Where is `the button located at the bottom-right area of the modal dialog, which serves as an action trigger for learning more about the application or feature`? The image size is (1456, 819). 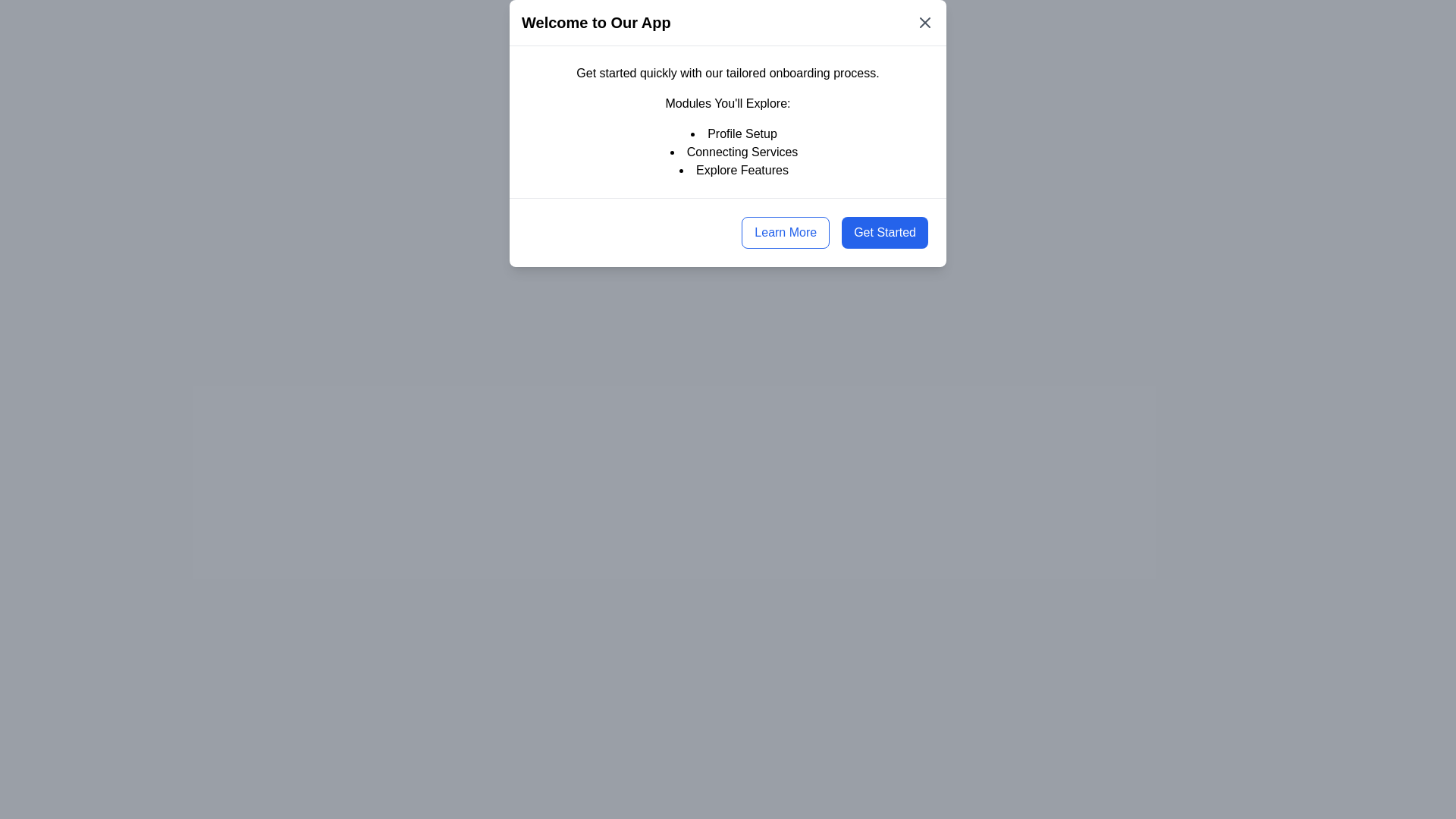 the button located at the bottom-right area of the modal dialog, which serves as an action trigger for learning more about the application or feature is located at coordinates (786, 233).